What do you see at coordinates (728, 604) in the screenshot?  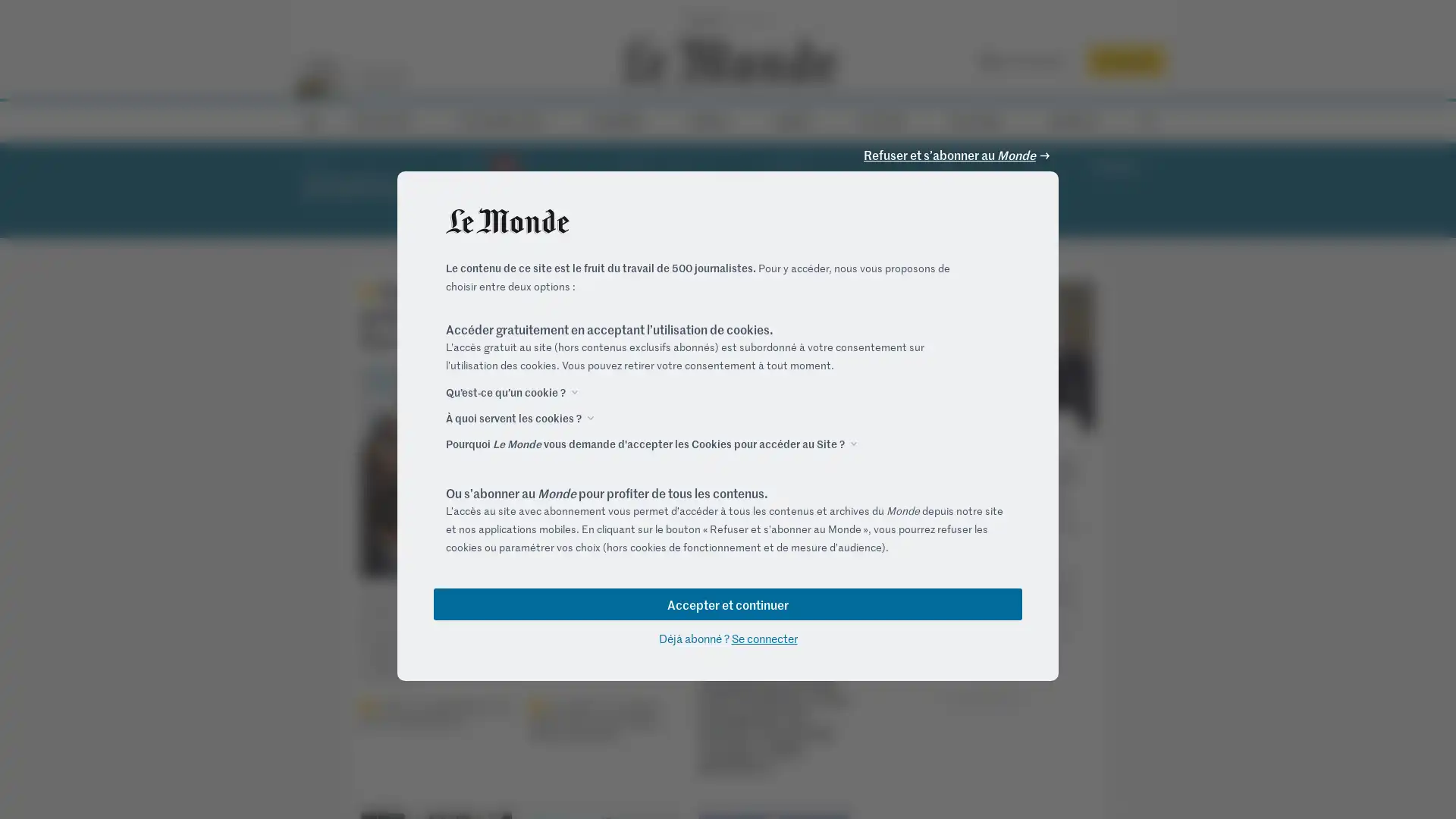 I see `Accepter et continuer` at bounding box center [728, 604].